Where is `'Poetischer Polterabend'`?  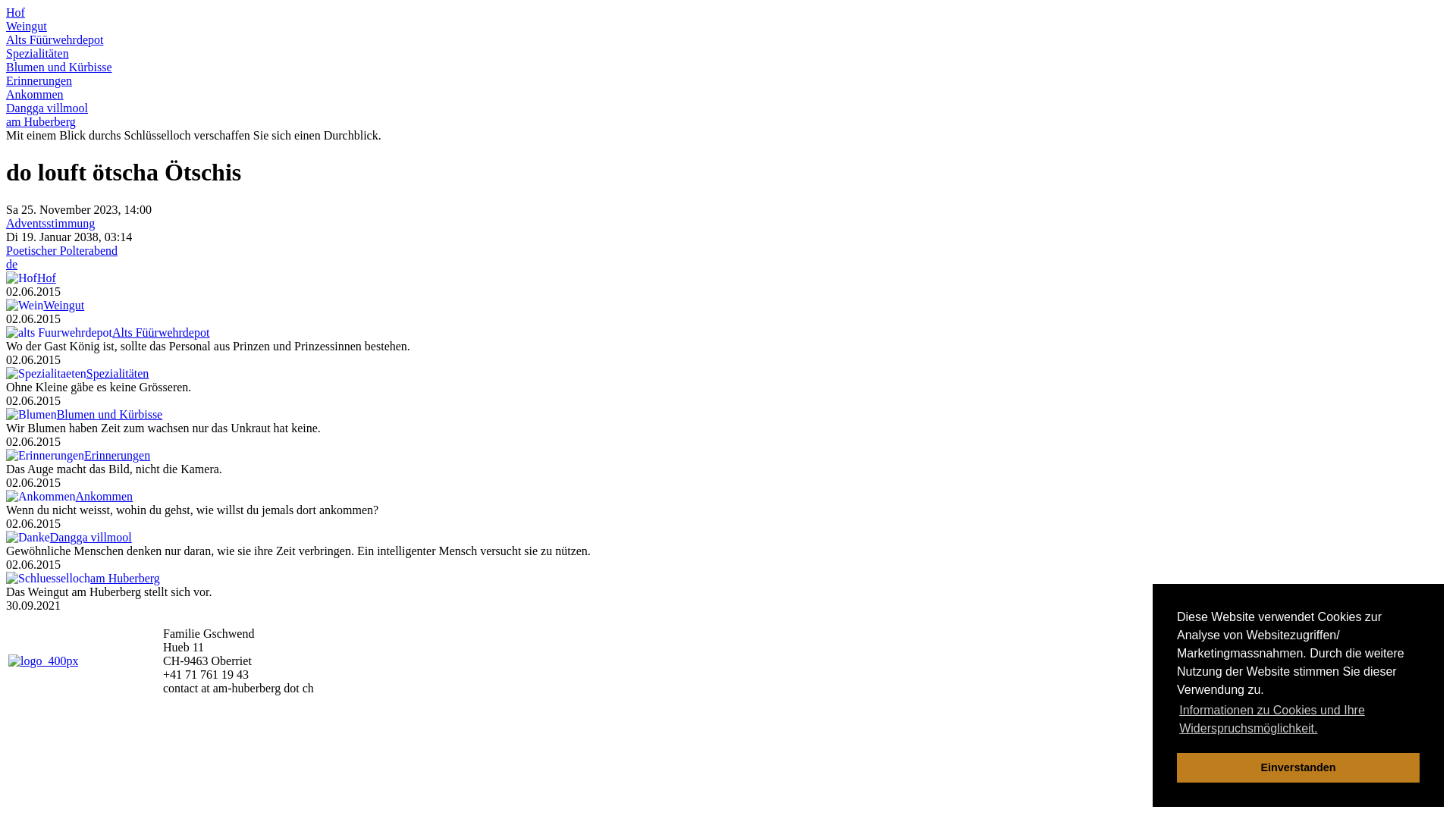
'Poetischer Polterabend' is located at coordinates (6, 249).